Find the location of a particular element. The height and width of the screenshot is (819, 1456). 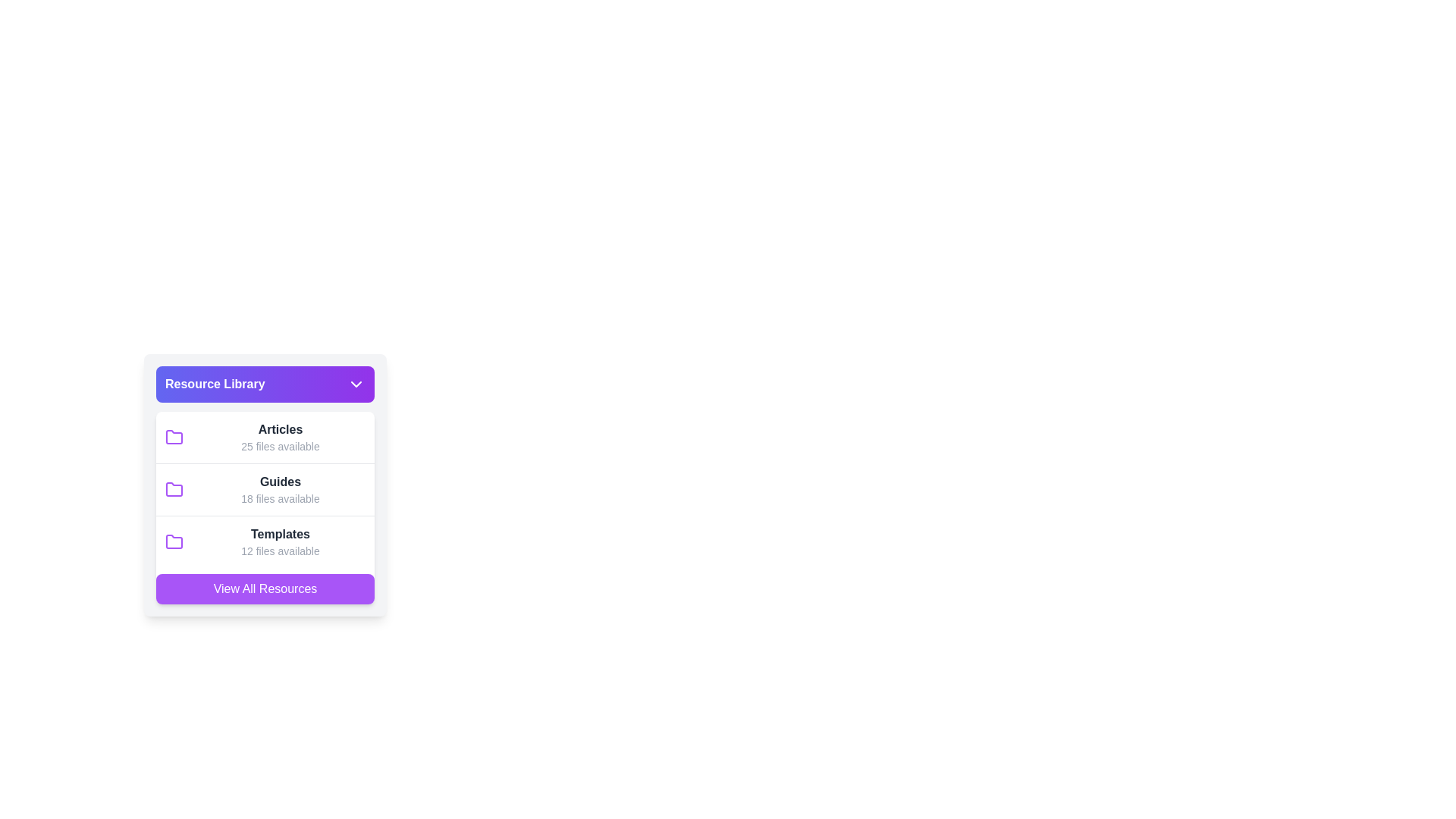

the second folder icon labeled 'Guides' in the 'Resource Library' dropdown menu as a visual cue is located at coordinates (174, 488).